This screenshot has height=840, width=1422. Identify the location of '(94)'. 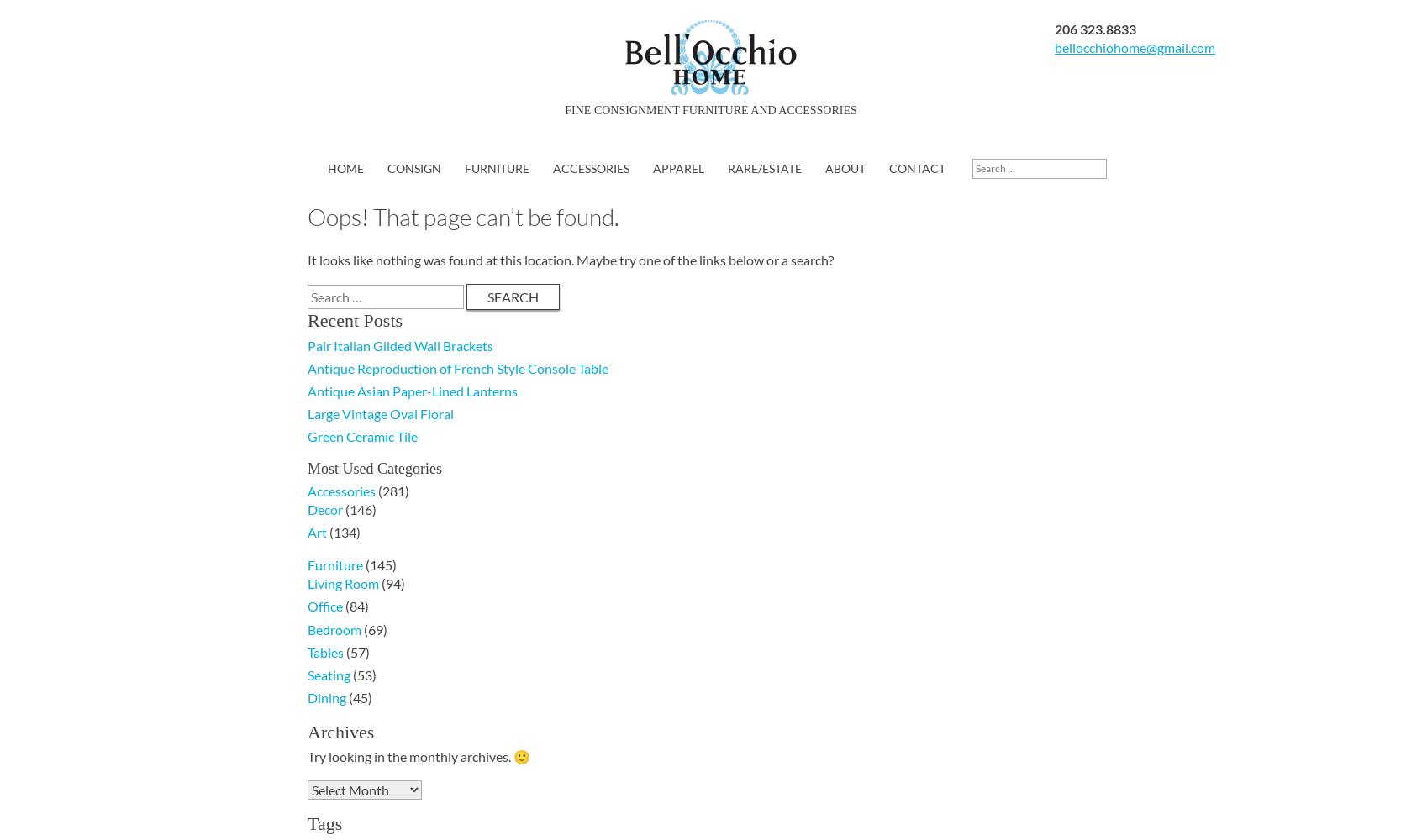
(377, 582).